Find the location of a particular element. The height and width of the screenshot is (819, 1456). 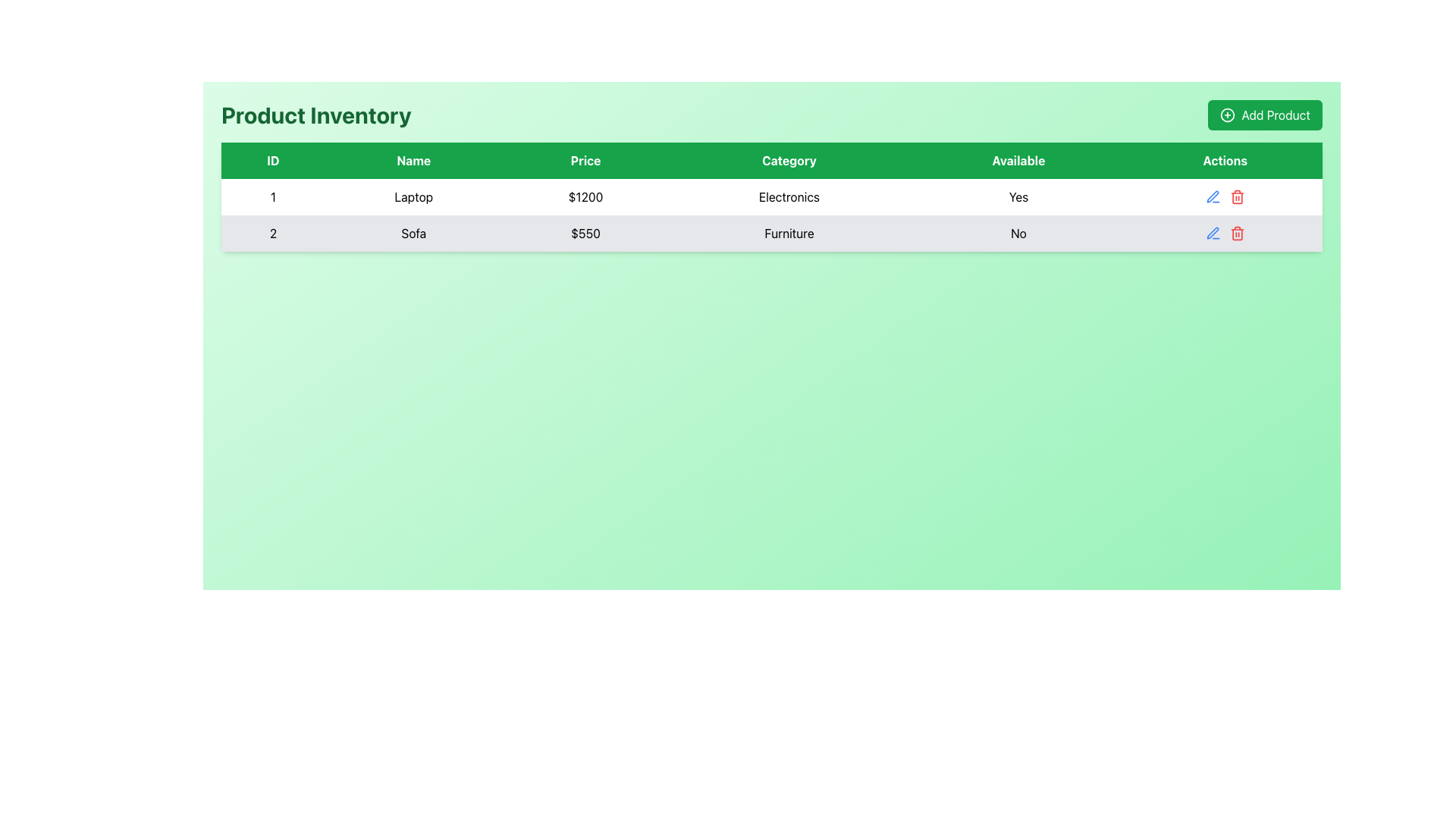

the circular button with a plus sign, which is part of the 'Add Product' button located in the top-right corner of the layout is located at coordinates (1228, 114).